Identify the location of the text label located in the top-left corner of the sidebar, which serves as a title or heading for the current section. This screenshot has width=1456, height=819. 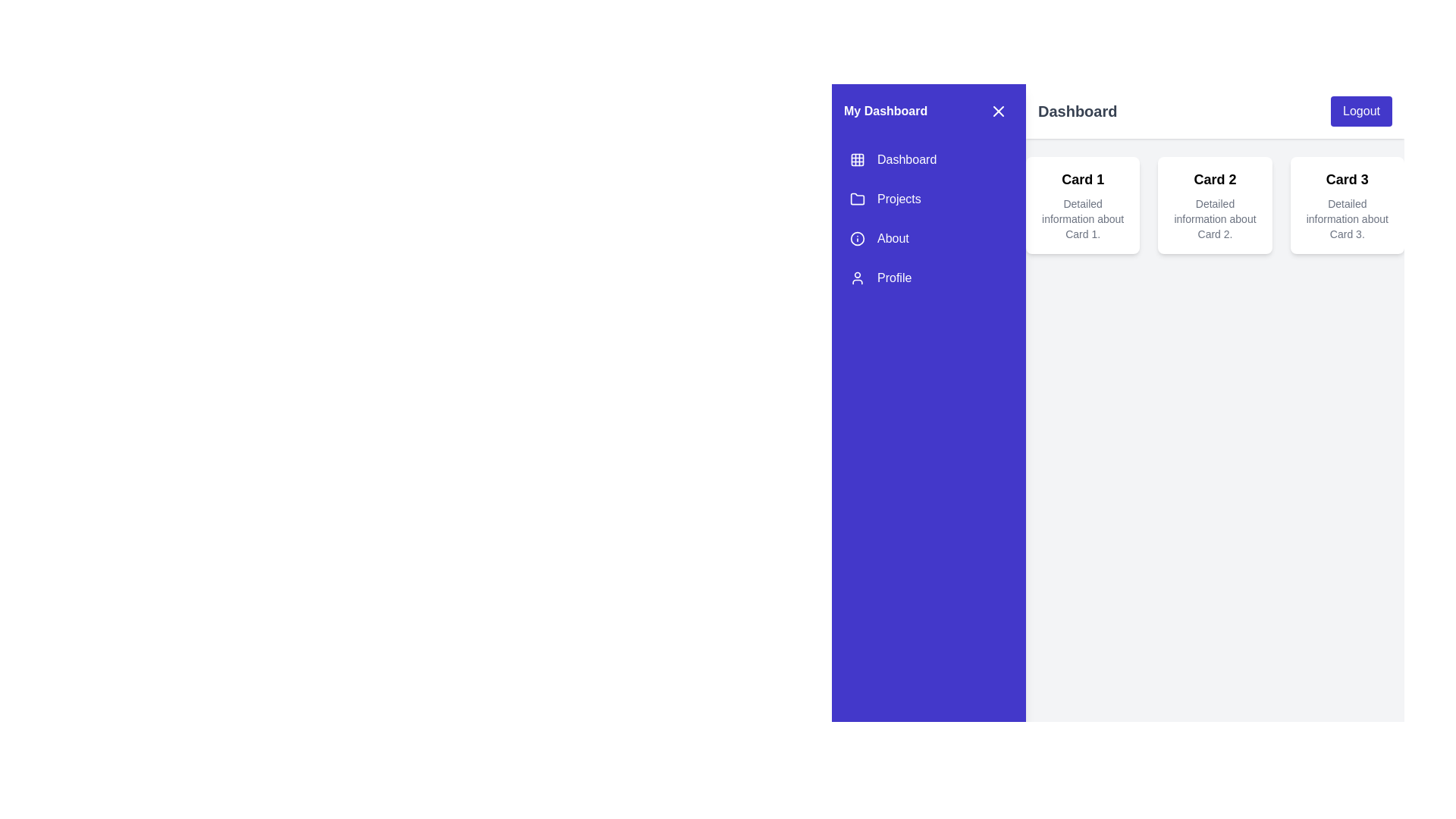
(886, 110).